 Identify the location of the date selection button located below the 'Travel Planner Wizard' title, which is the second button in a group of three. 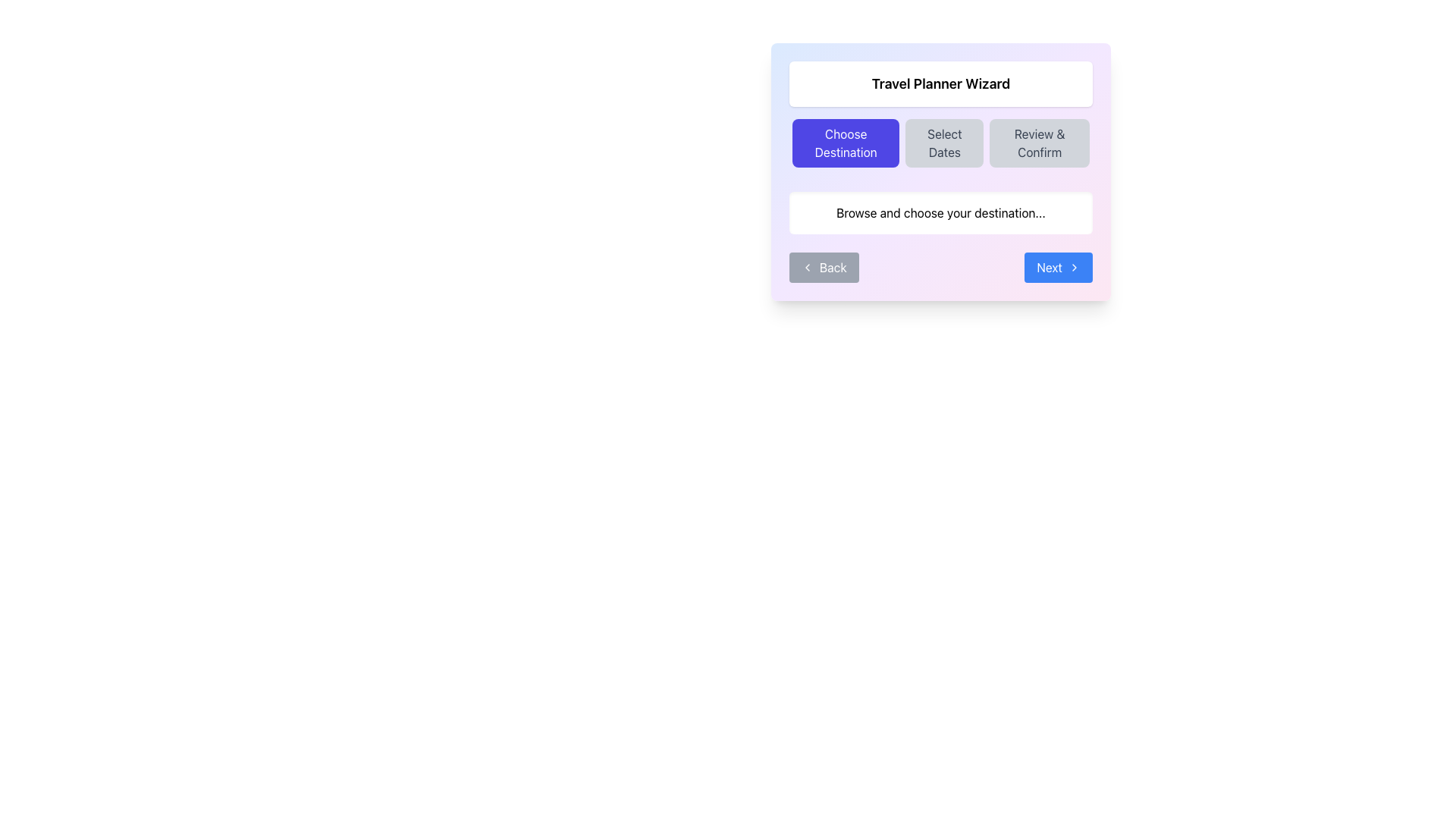
(940, 143).